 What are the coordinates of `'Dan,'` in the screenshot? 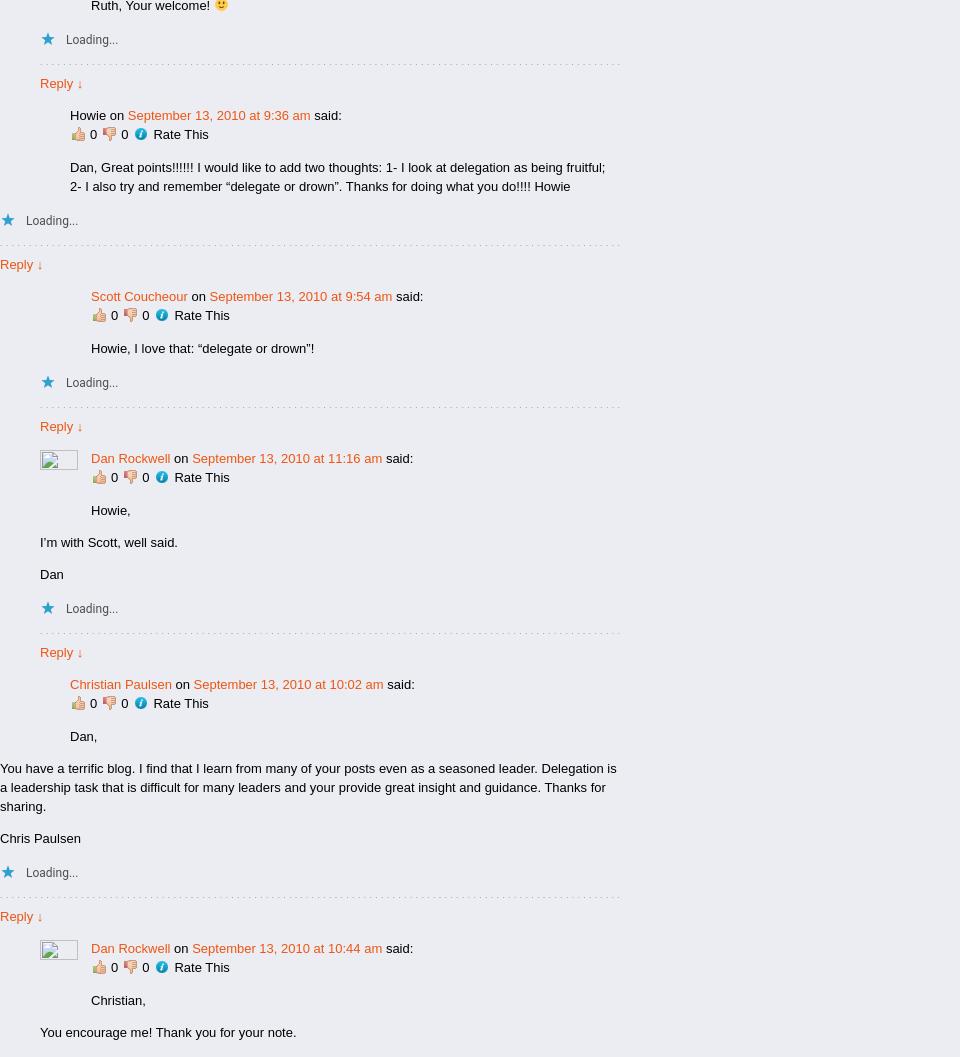 It's located at (83, 734).